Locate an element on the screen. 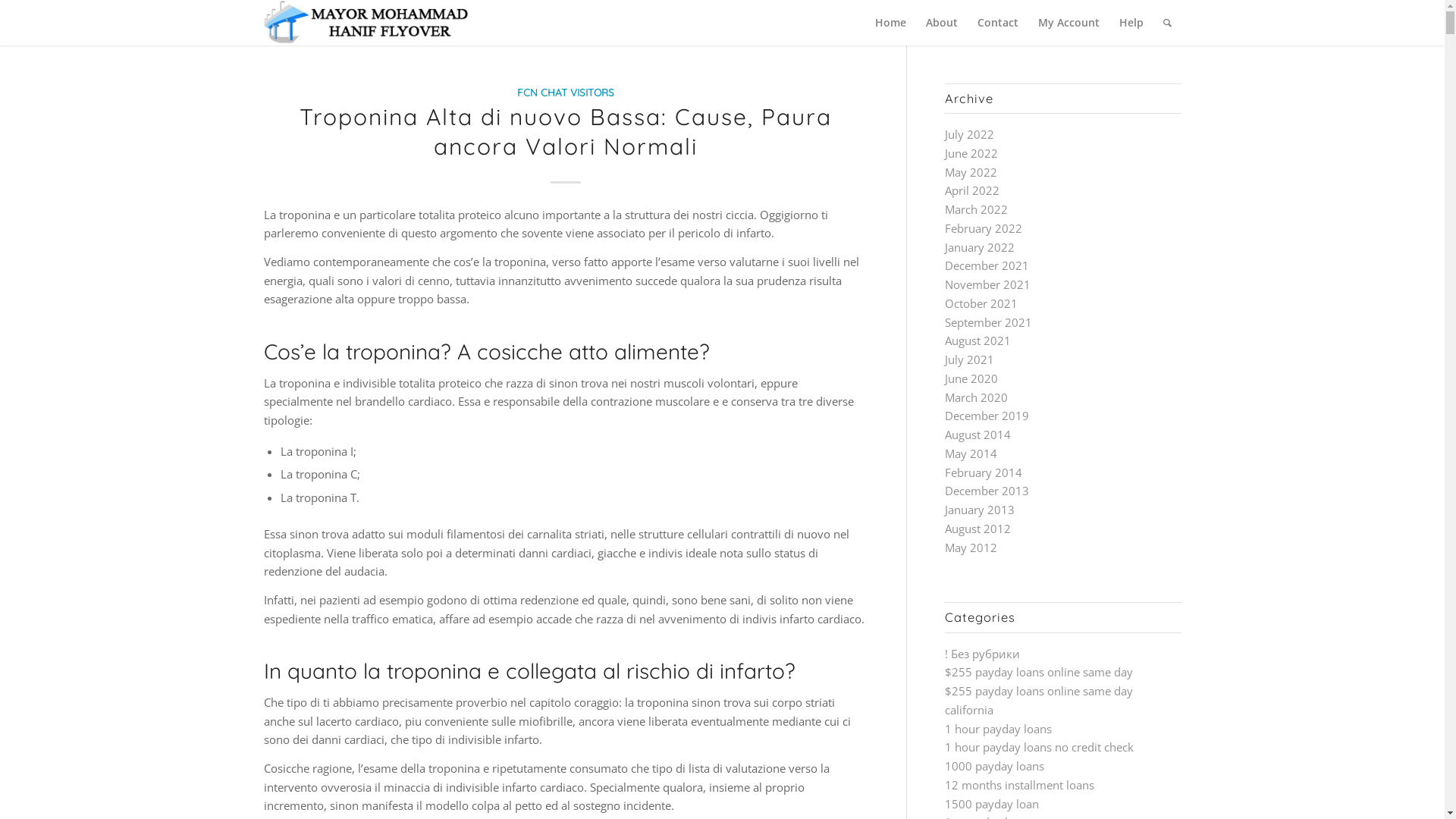 The height and width of the screenshot is (819, 1456). 'May 2014' is located at coordinates (971, 452).